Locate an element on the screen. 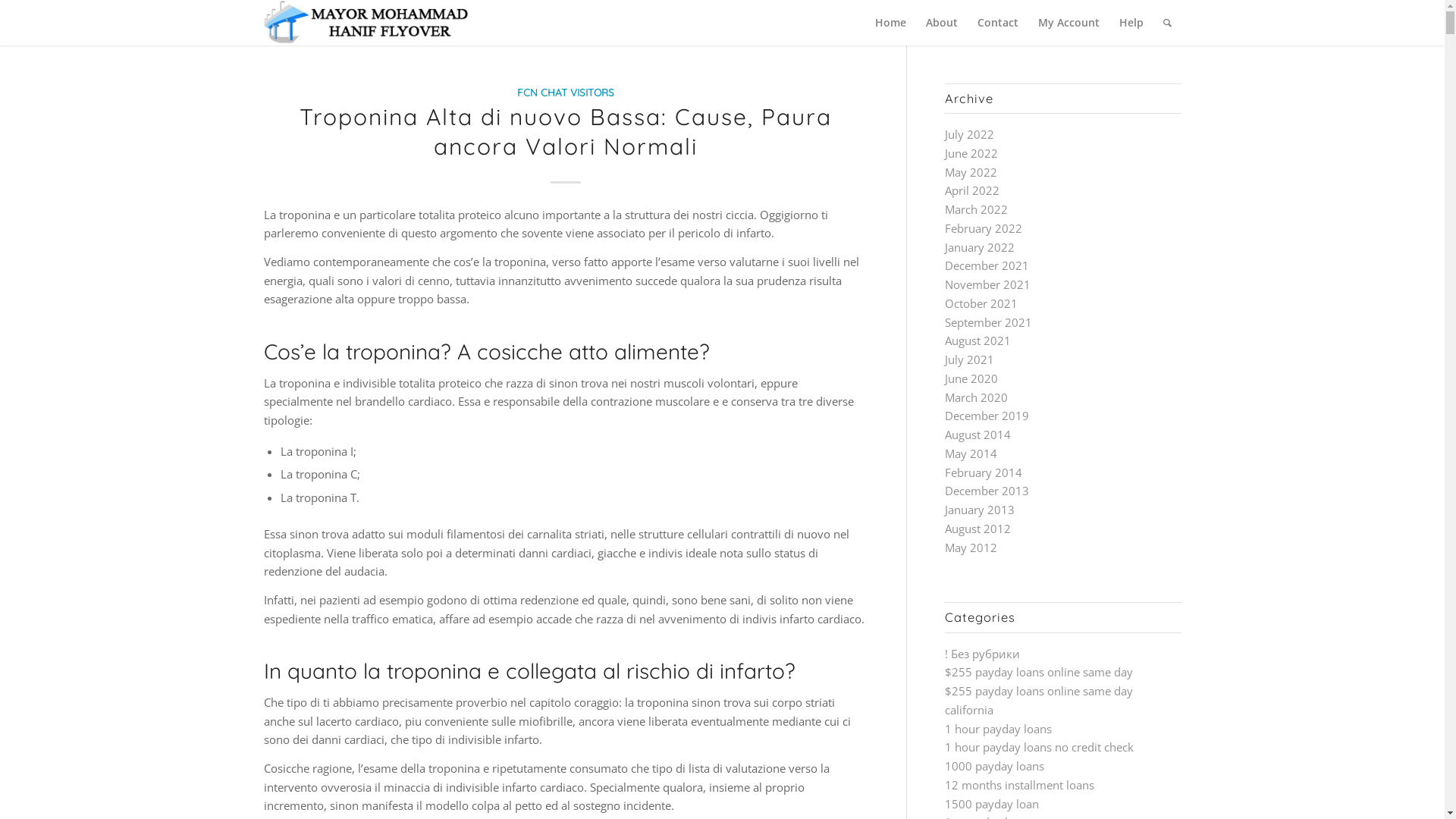 The height and width of the screenshot is (819, 1456). 'May 2014' is located at coordinates (971, 452).